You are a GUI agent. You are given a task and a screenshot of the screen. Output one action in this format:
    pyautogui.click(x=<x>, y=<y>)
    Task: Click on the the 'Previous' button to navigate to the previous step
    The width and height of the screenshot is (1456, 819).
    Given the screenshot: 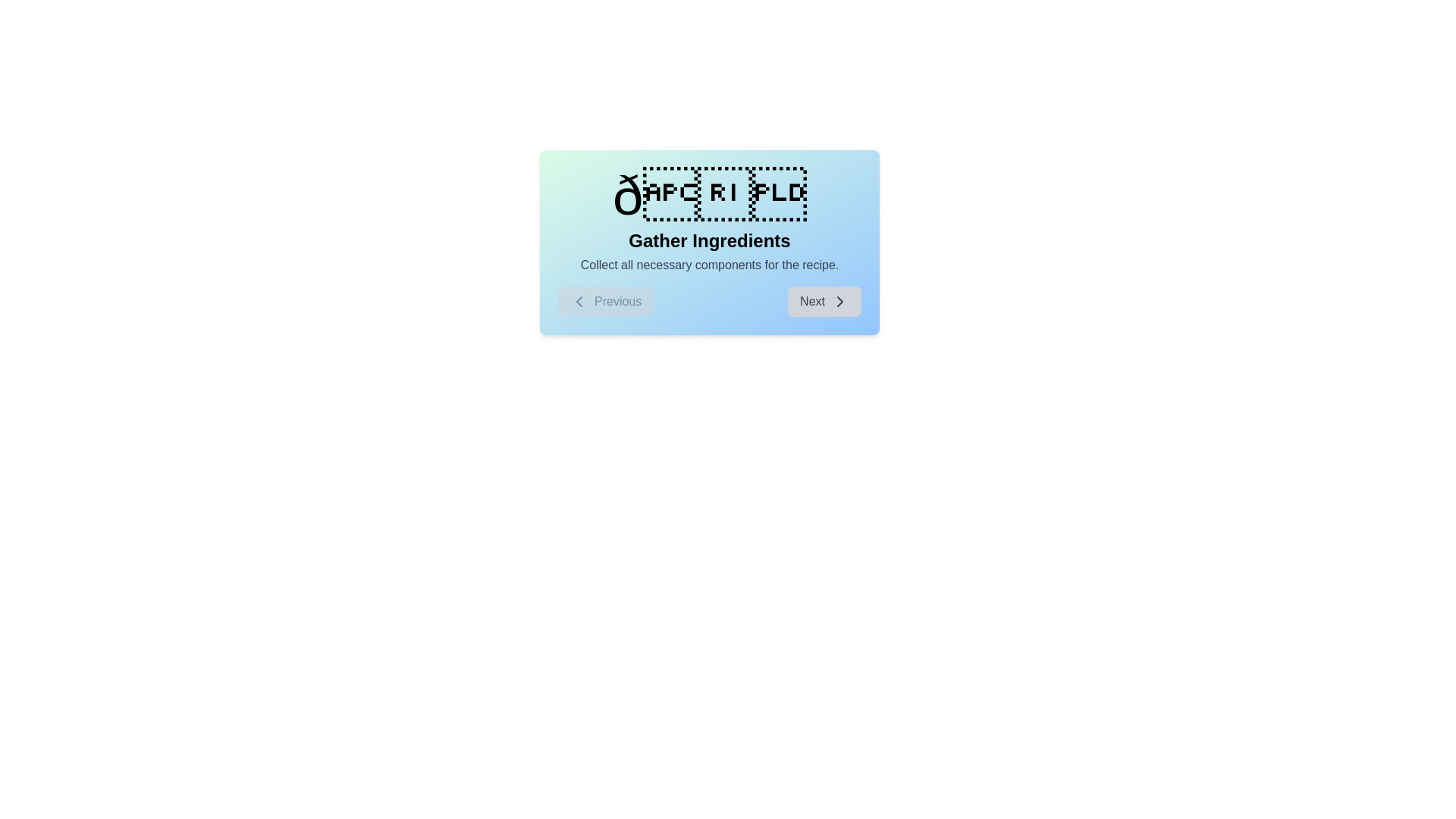 What is the action you would take?
    pyautogui.click(x=605, y=301)
    